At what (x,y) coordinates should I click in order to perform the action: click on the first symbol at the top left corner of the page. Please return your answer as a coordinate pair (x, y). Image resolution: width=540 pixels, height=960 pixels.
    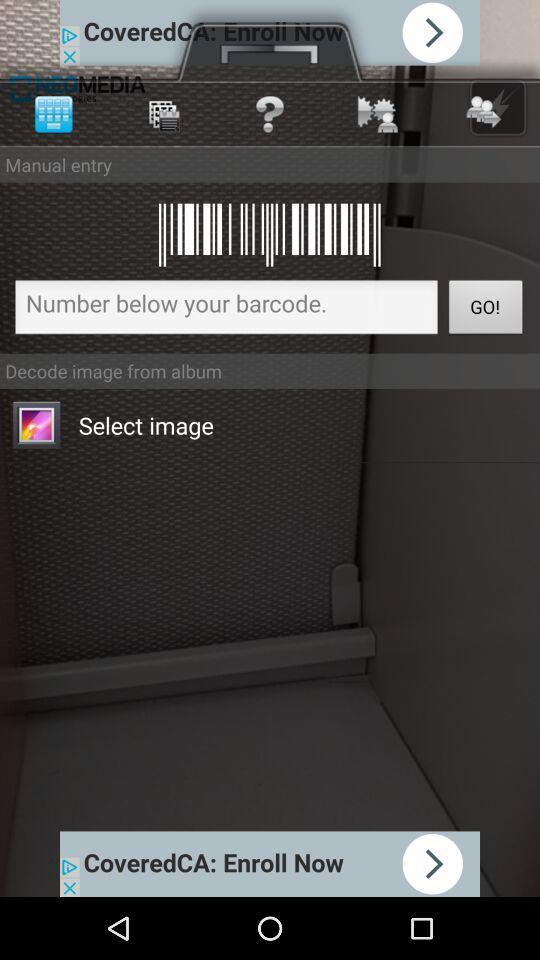
    Looking at the image, I should click on (53, 114).